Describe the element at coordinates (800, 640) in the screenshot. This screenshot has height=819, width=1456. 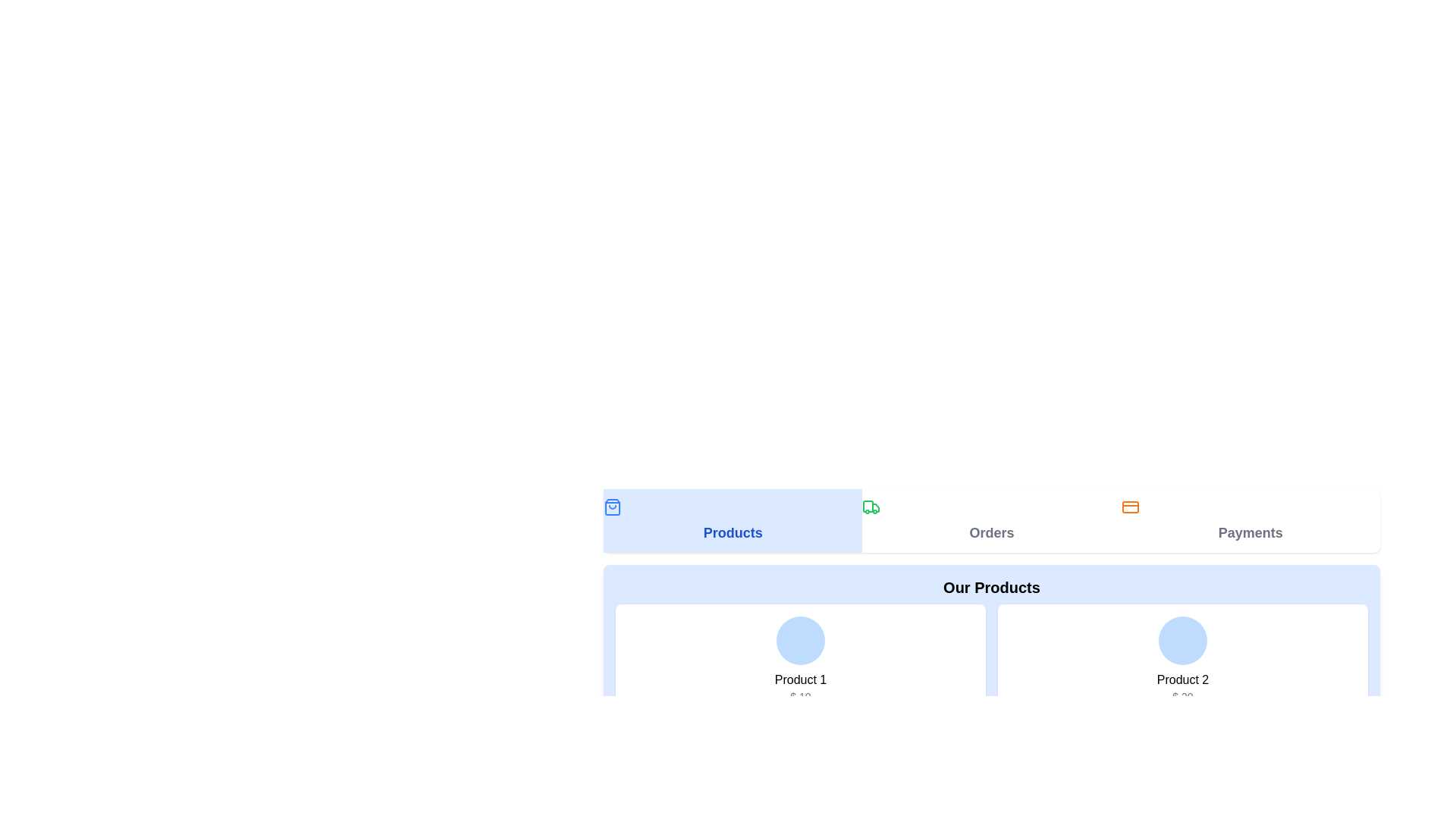
I see `the circle visual decorator associated with 'Product 1' priced at '$10'` at that location.